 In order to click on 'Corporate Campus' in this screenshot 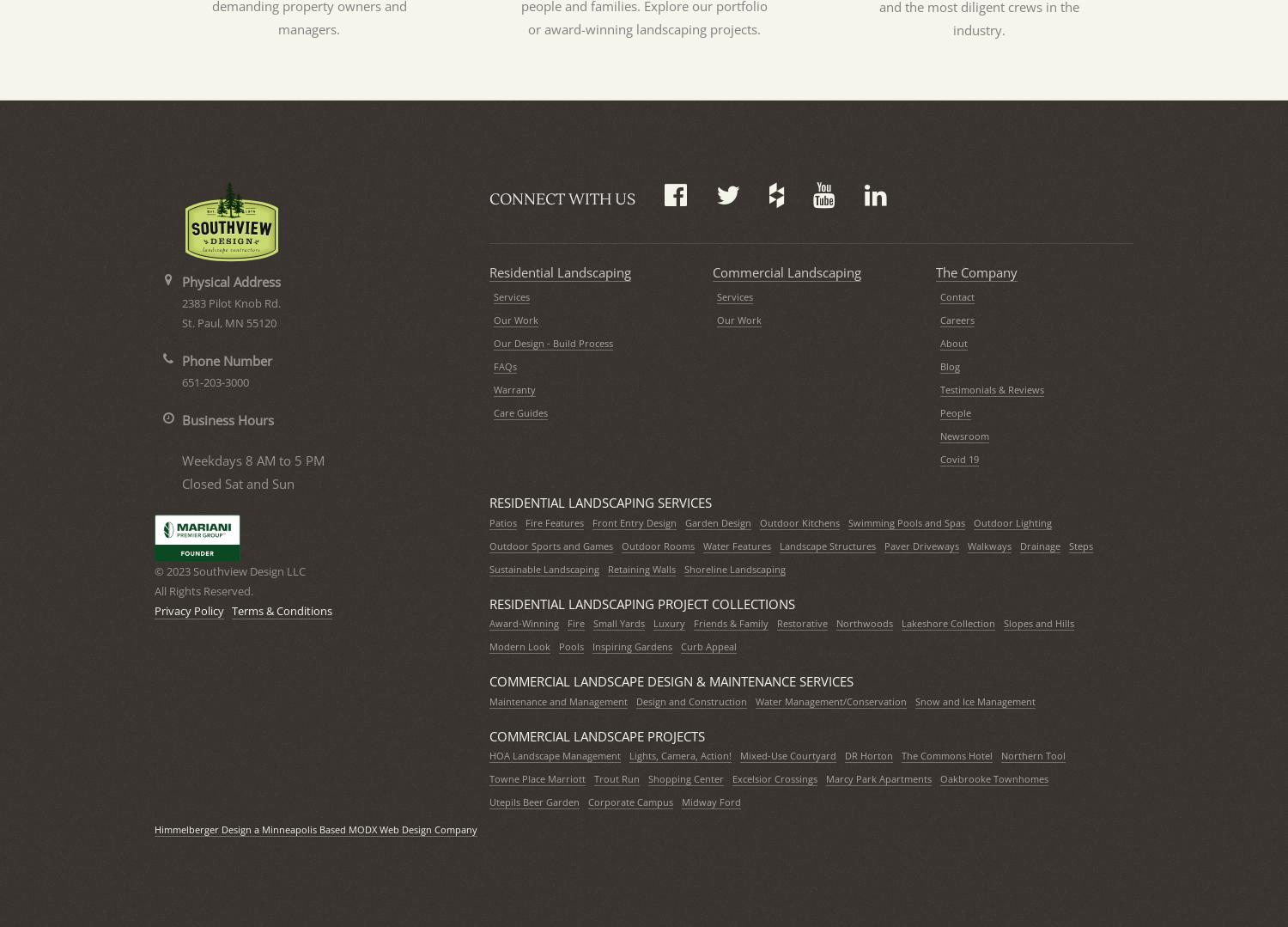, I will do `click(629, 802)`.